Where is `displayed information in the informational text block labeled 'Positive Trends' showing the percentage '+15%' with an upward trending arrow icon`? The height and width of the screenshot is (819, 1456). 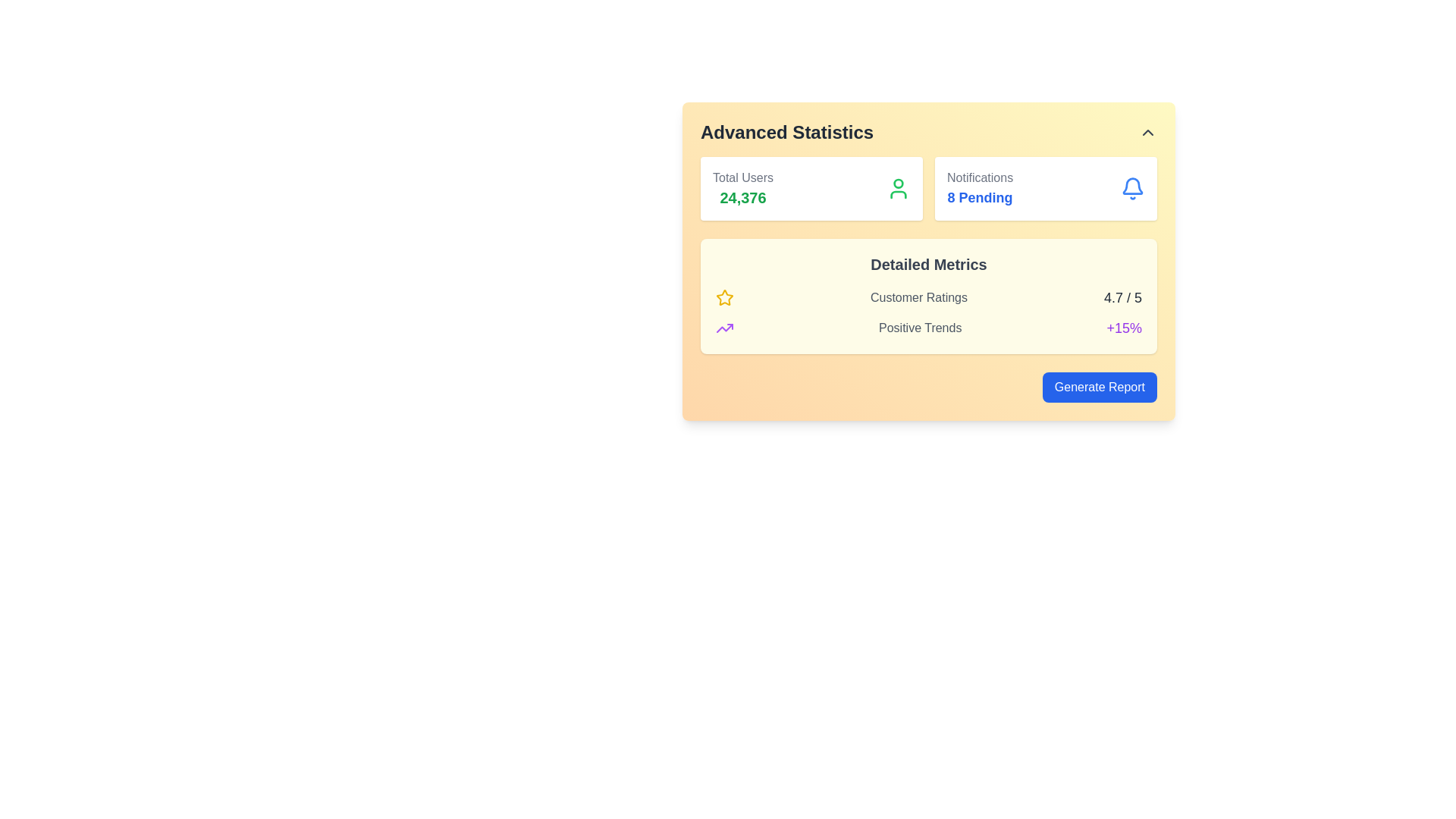
displayed information in the informational text block labeled 'Positive Trends' showing the percentage '+15%' with an upward trending arrow icon is located at coordinates (927, 327).